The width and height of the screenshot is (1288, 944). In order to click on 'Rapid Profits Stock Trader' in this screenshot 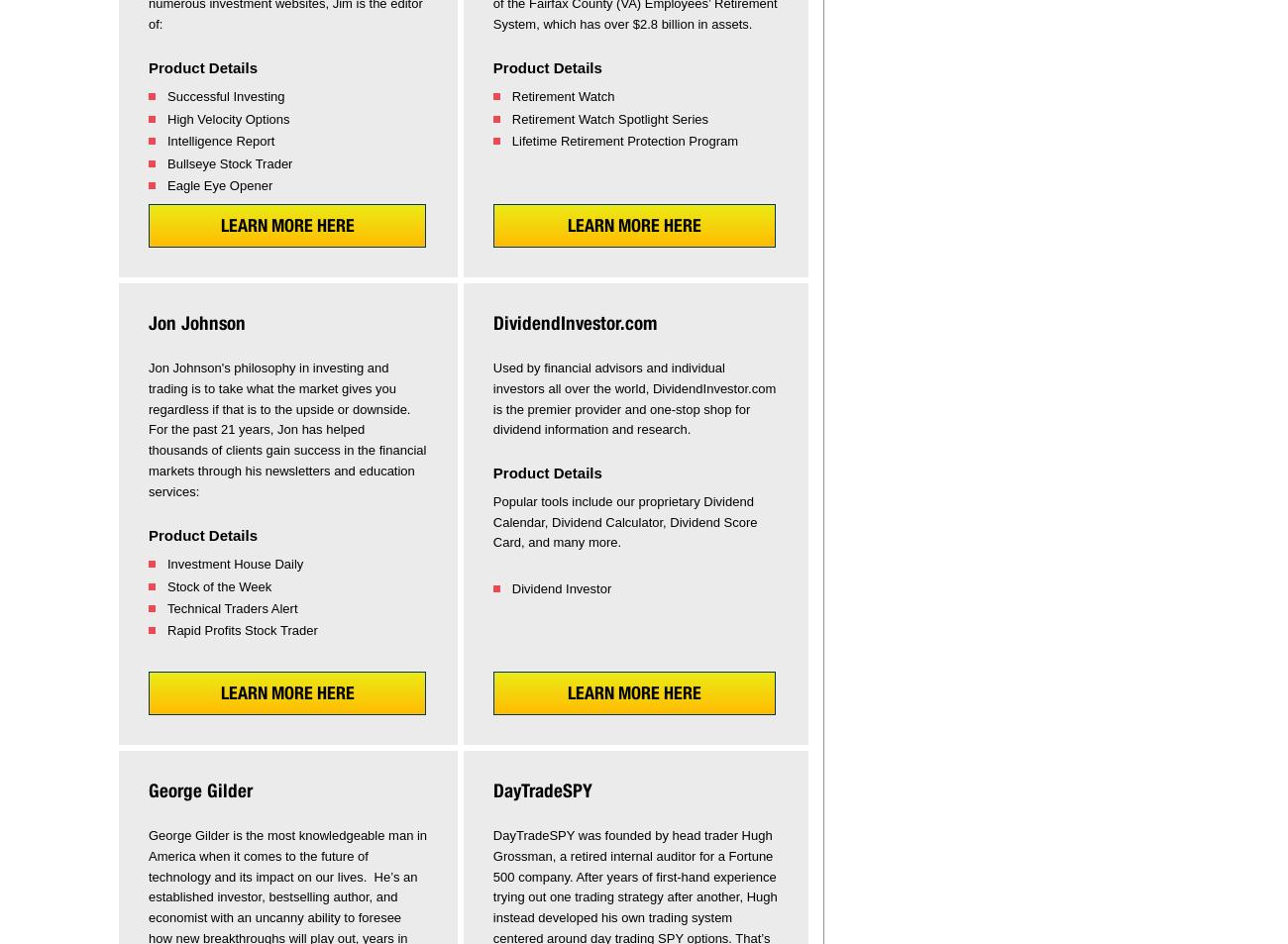, I will do `click(241, 630)`.